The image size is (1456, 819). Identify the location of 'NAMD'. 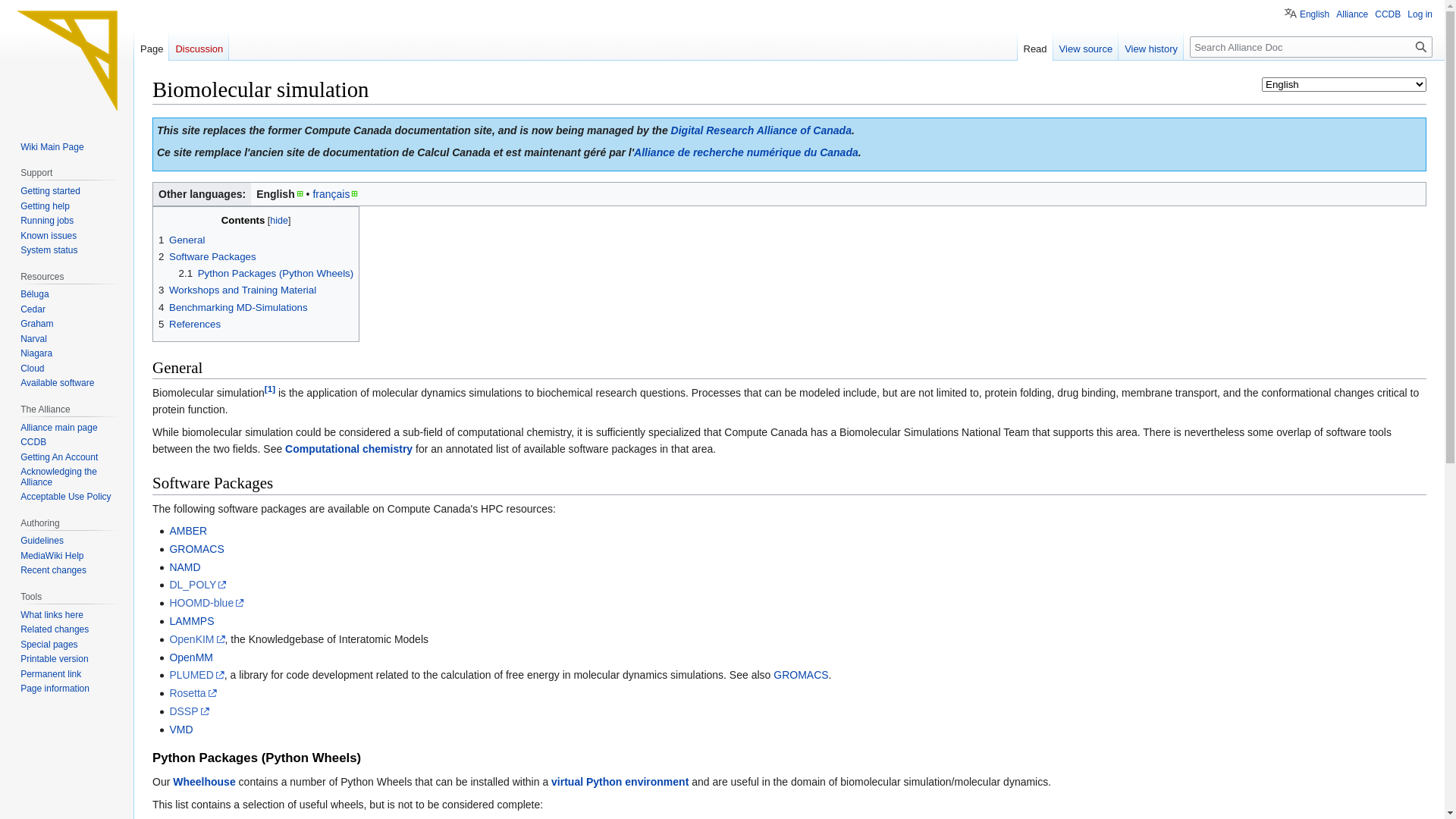
(184, 567).